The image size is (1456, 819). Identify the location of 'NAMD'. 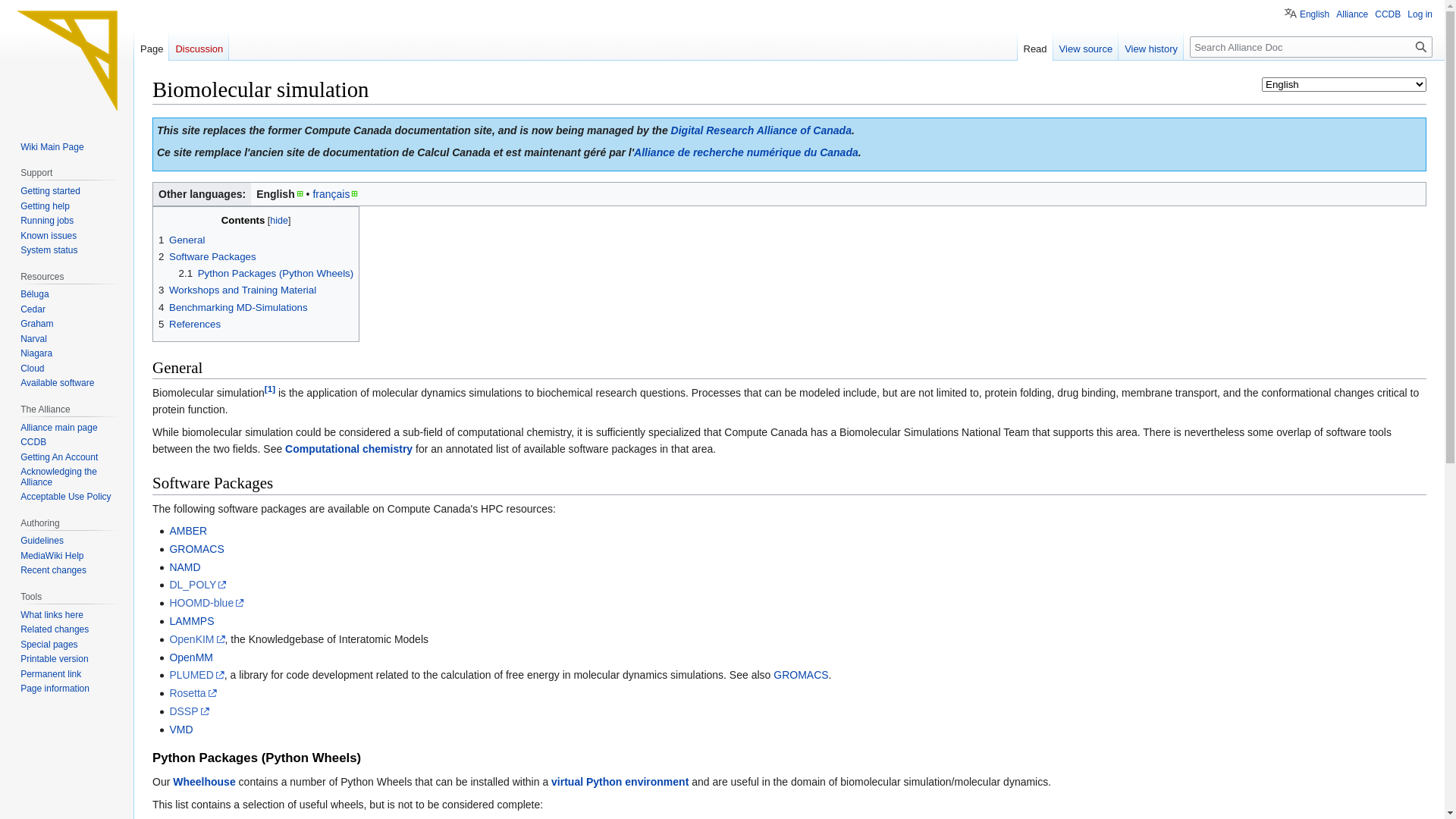
(184, 567).